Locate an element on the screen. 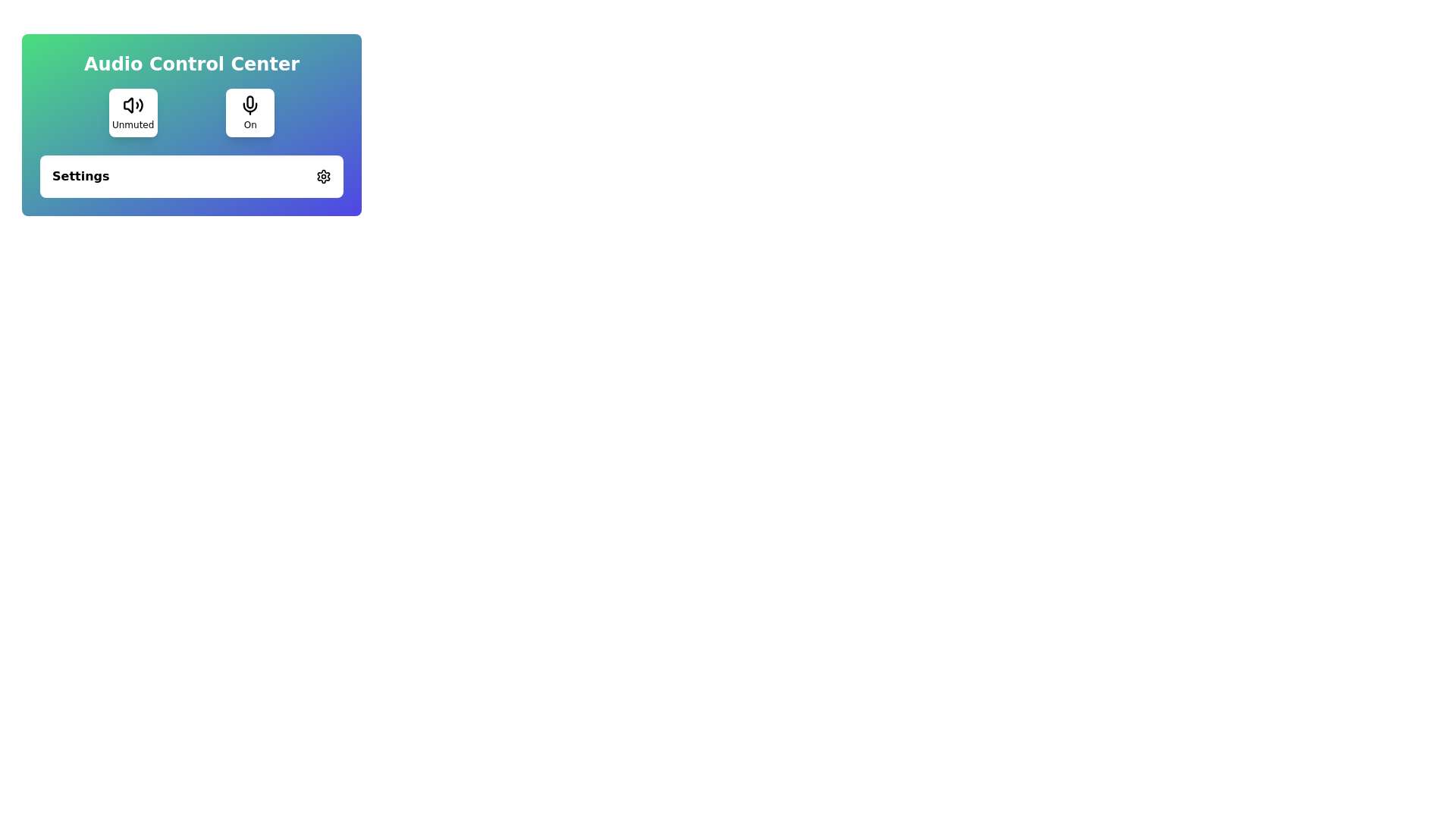 The width and height of the screenshot is (1456, 819). the text label reading 'Unmuted', which is located at the bottom-center of a white rounded rectangular button with a shadow effect is located at coordinates (133, 124).